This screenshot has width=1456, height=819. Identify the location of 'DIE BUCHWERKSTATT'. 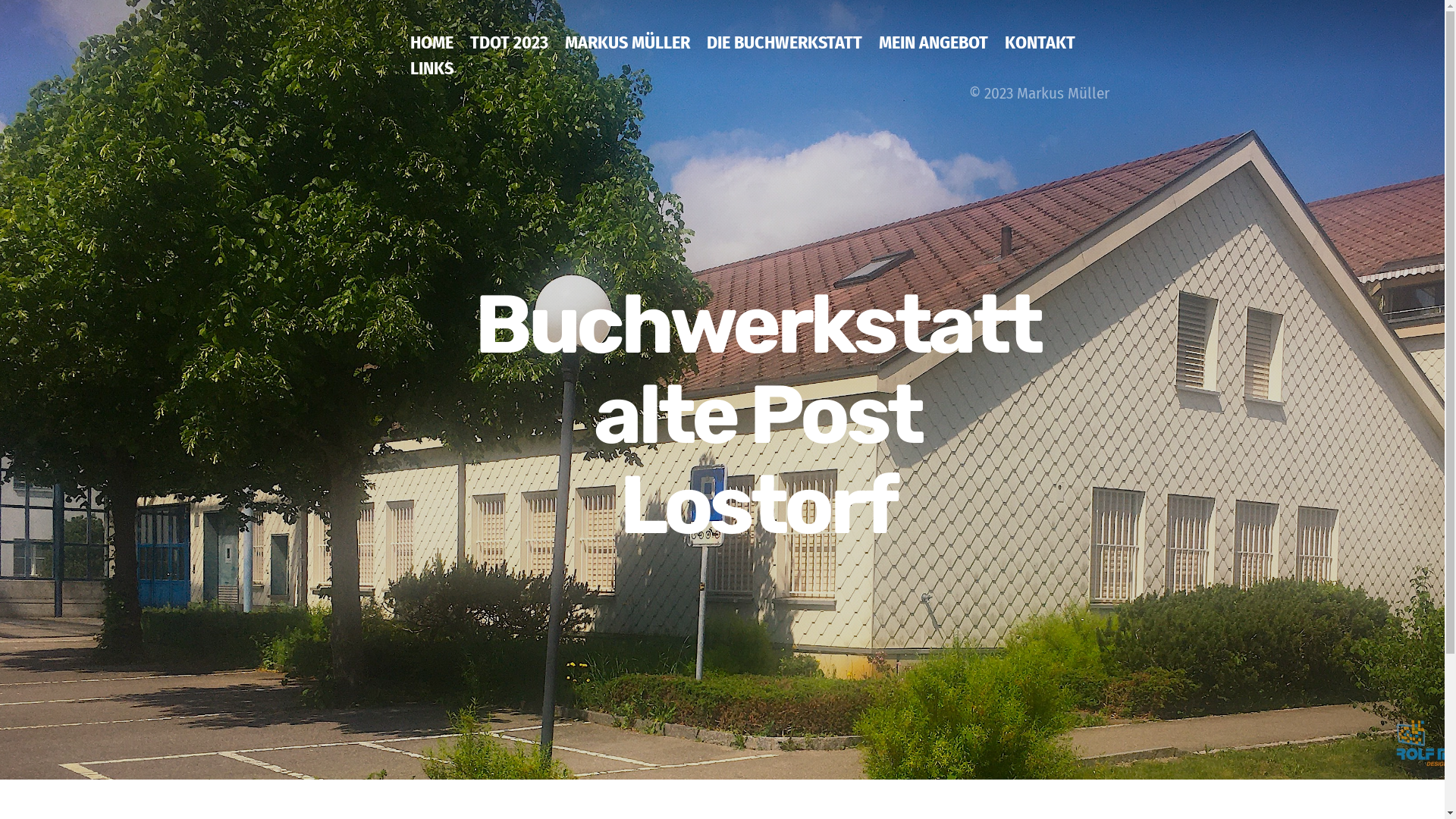
(784, 52).